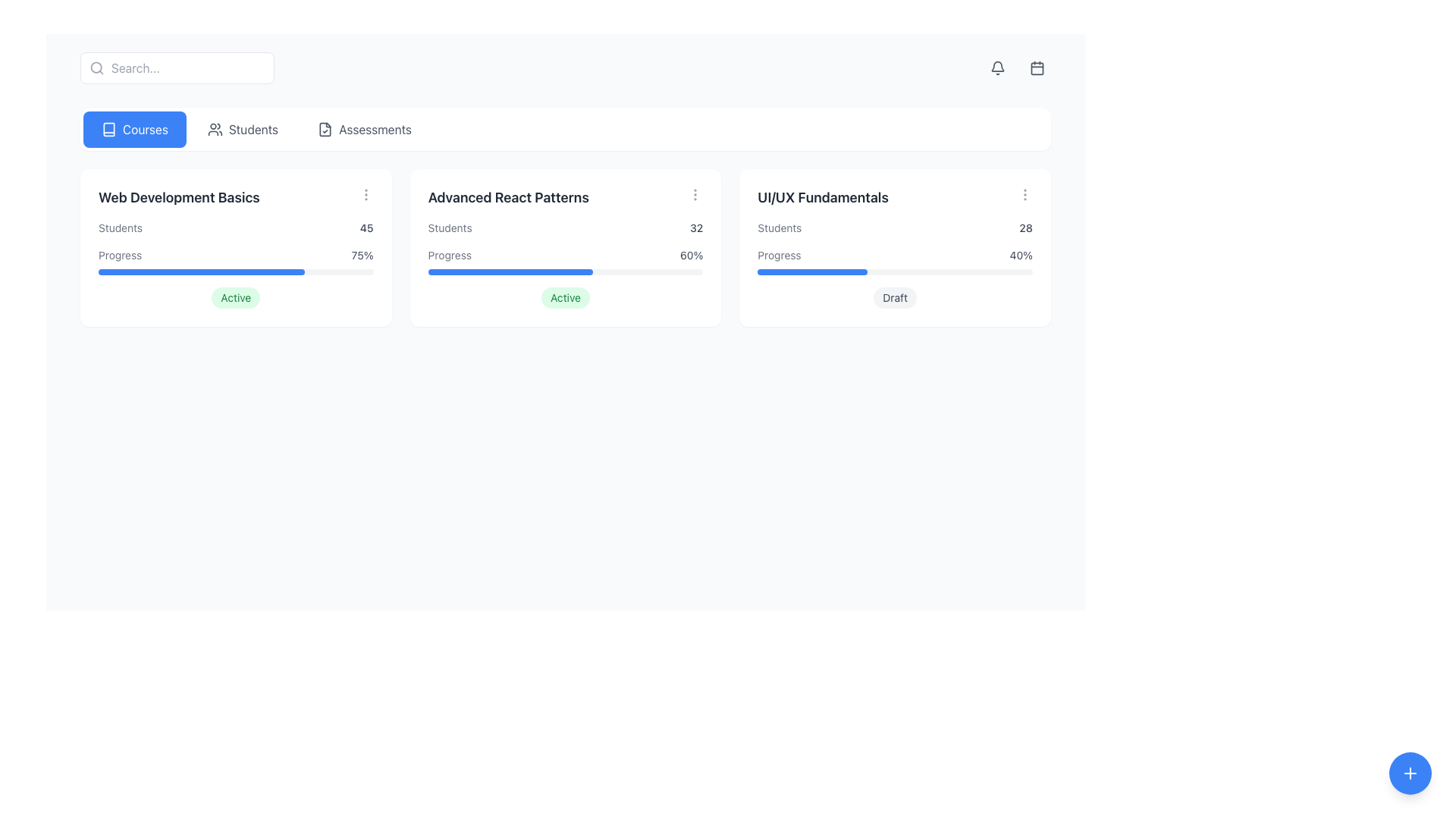 The image size is (1456, 819). Describe the element at coordinates (564, 271) in the screenshot. I see `the progress bar located in the center card labeled 'Advanced React Patterns', which is filled 60% with blue and has rounded ends` at that location.